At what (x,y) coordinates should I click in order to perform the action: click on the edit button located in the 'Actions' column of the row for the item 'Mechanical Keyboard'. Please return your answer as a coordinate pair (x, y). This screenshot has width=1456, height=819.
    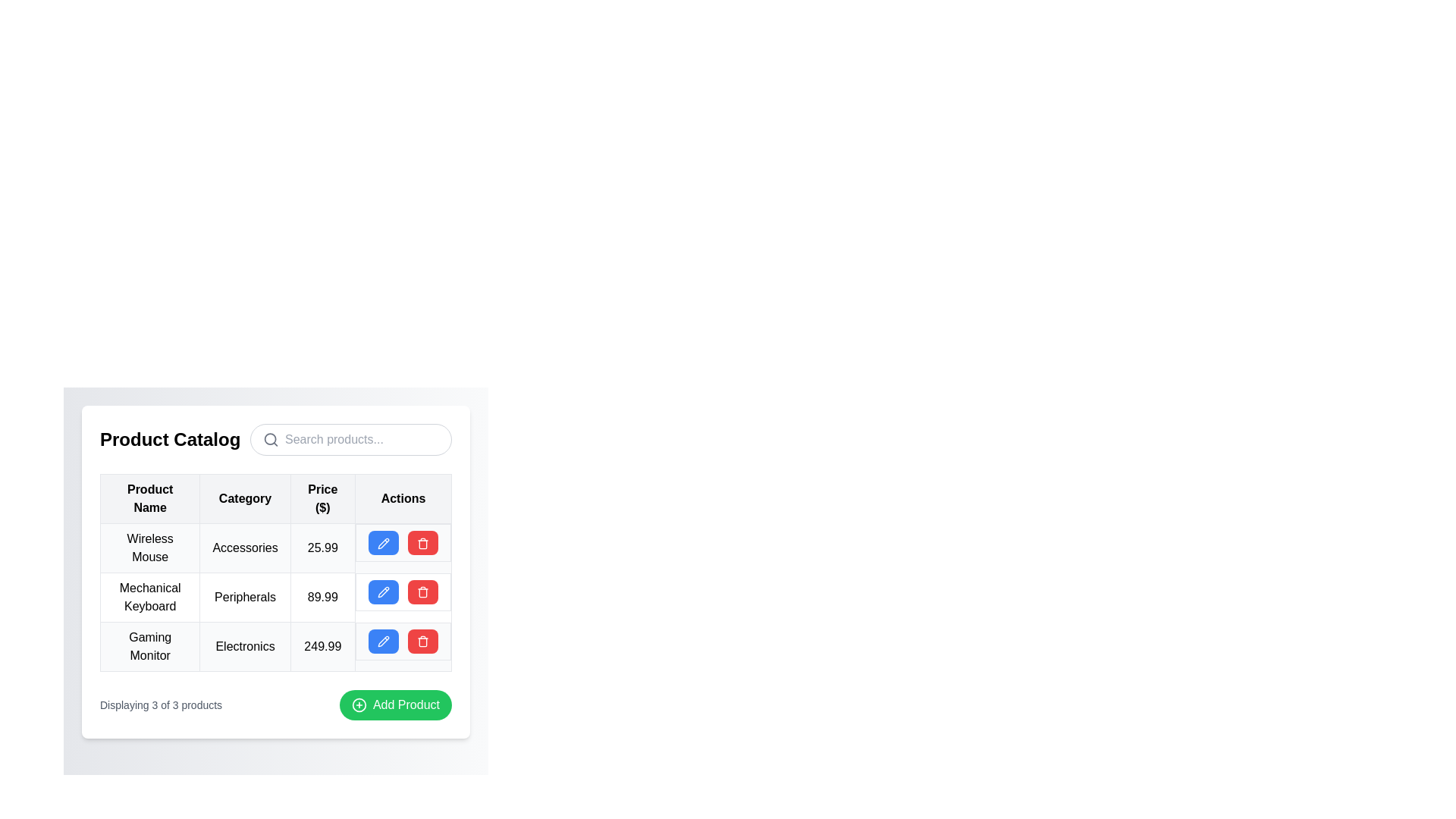
    Looking at the image, I should click on (383, 591).